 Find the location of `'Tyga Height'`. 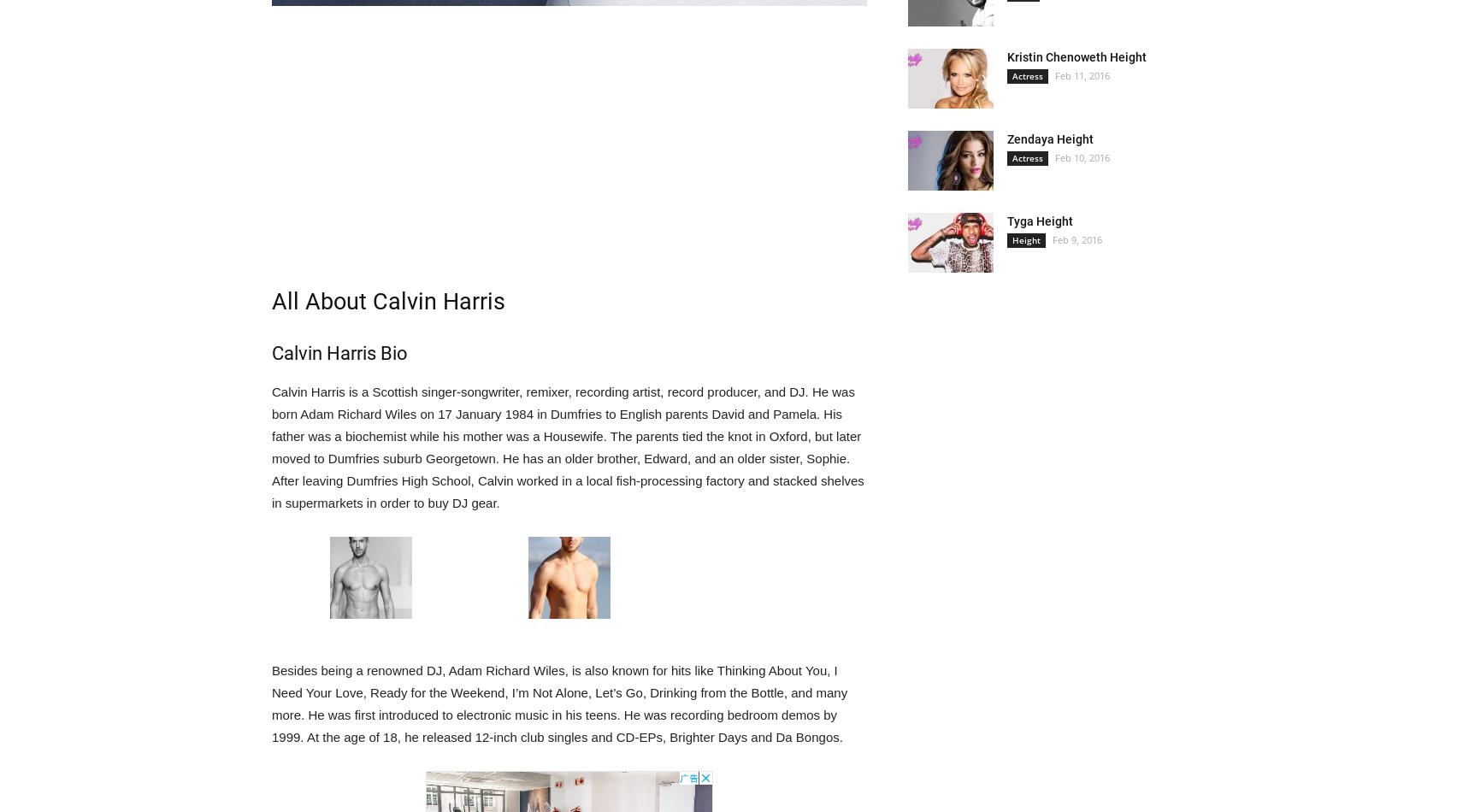

'Tyga Height' is located at coordinates (1039, 220).